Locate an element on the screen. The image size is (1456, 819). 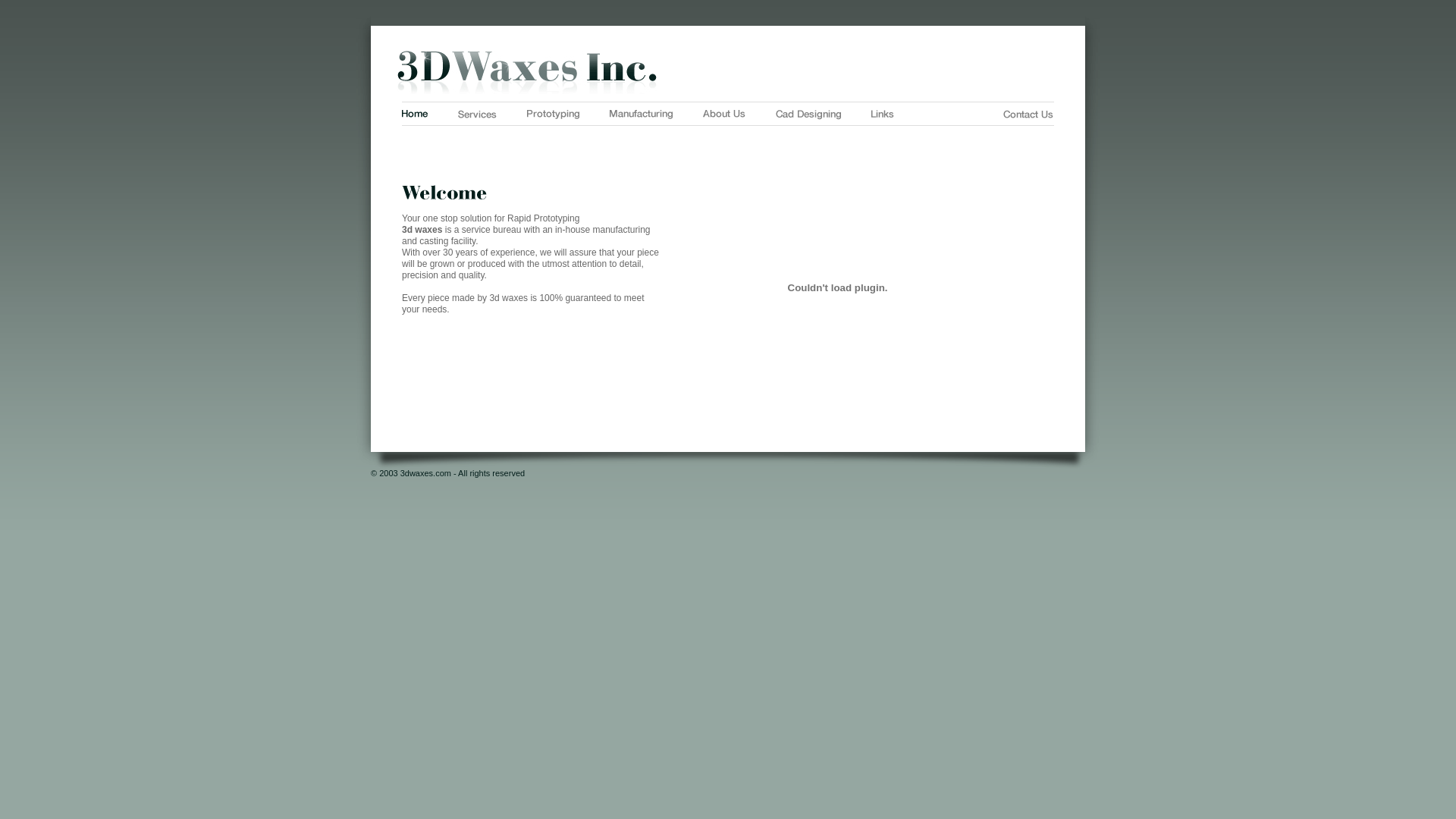
'Services' is located at coordinates (476, 113).